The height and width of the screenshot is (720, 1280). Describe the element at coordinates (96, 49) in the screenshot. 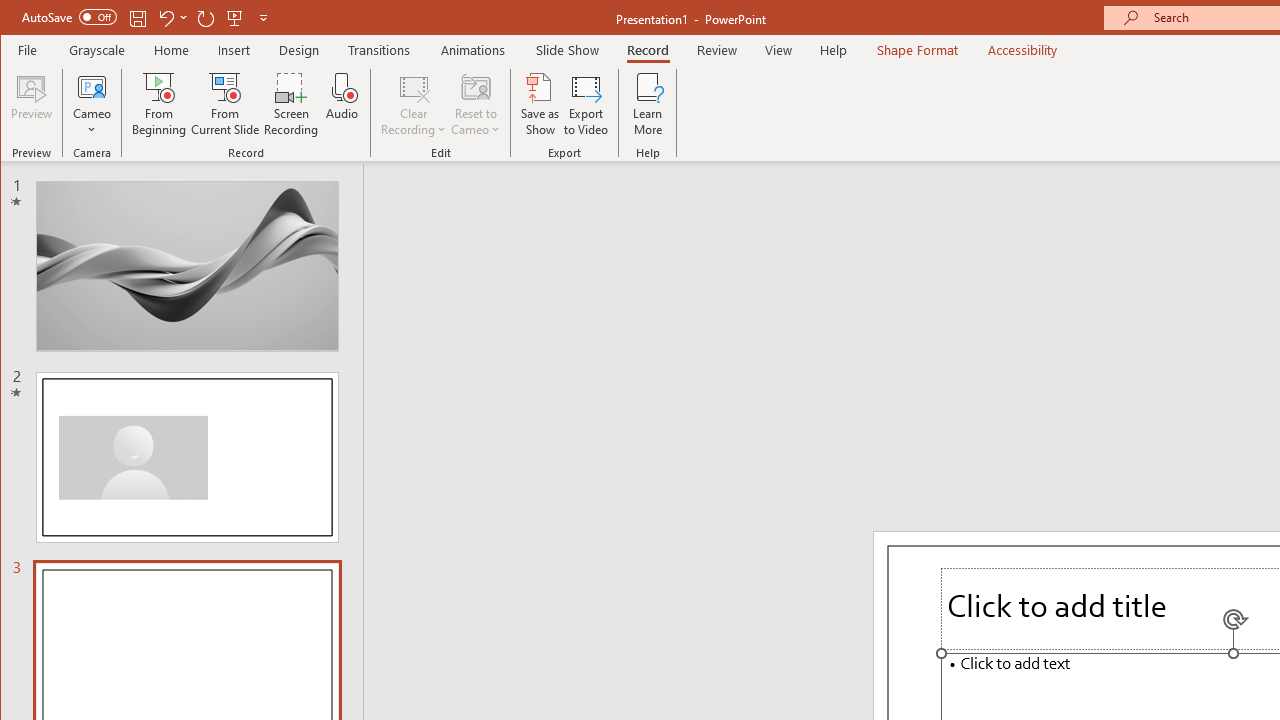

I see `'Grayscale'` at that location.